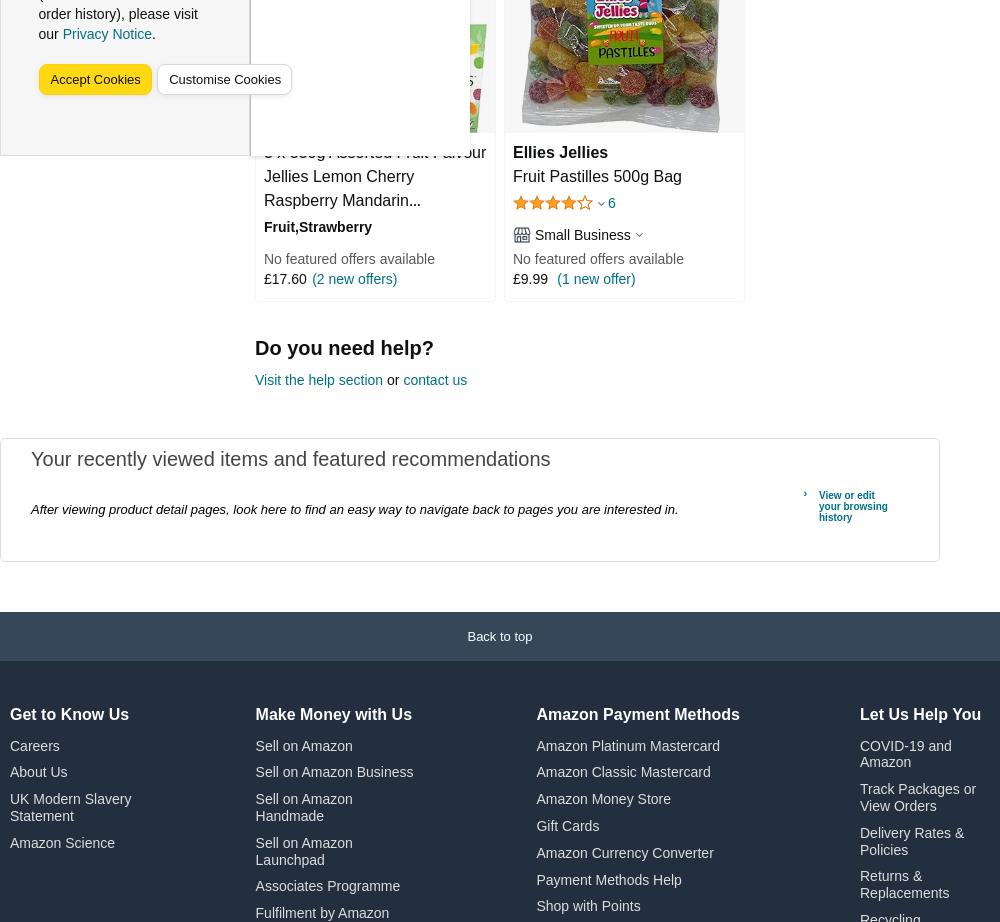  What do you see at coordinates (326, 885) in the screenshot?
I see `'Associates Programme'` at bounding box center [326, 885].